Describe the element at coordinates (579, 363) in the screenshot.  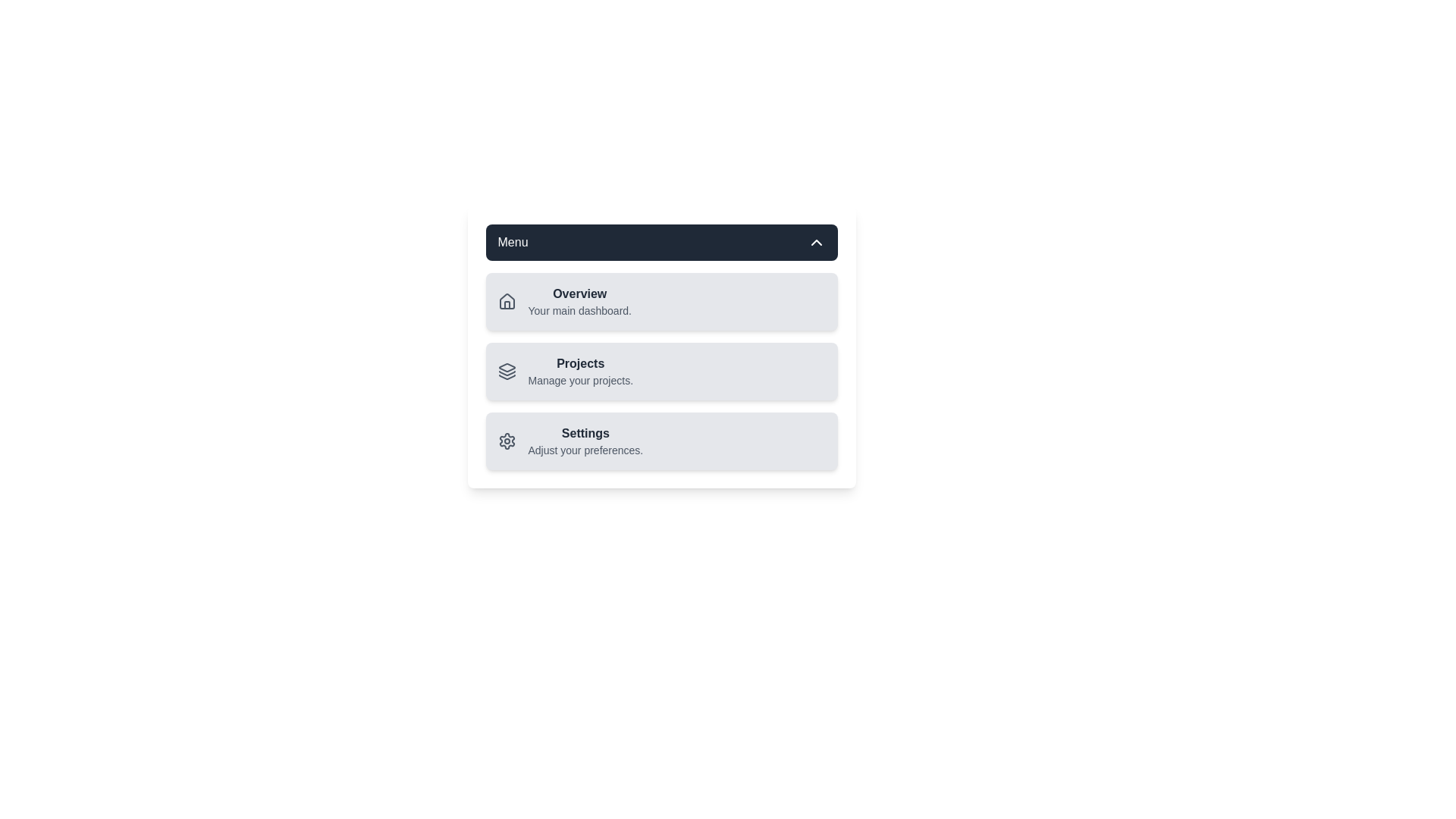
I see `the text of the menu item Projects to select it` at that location.